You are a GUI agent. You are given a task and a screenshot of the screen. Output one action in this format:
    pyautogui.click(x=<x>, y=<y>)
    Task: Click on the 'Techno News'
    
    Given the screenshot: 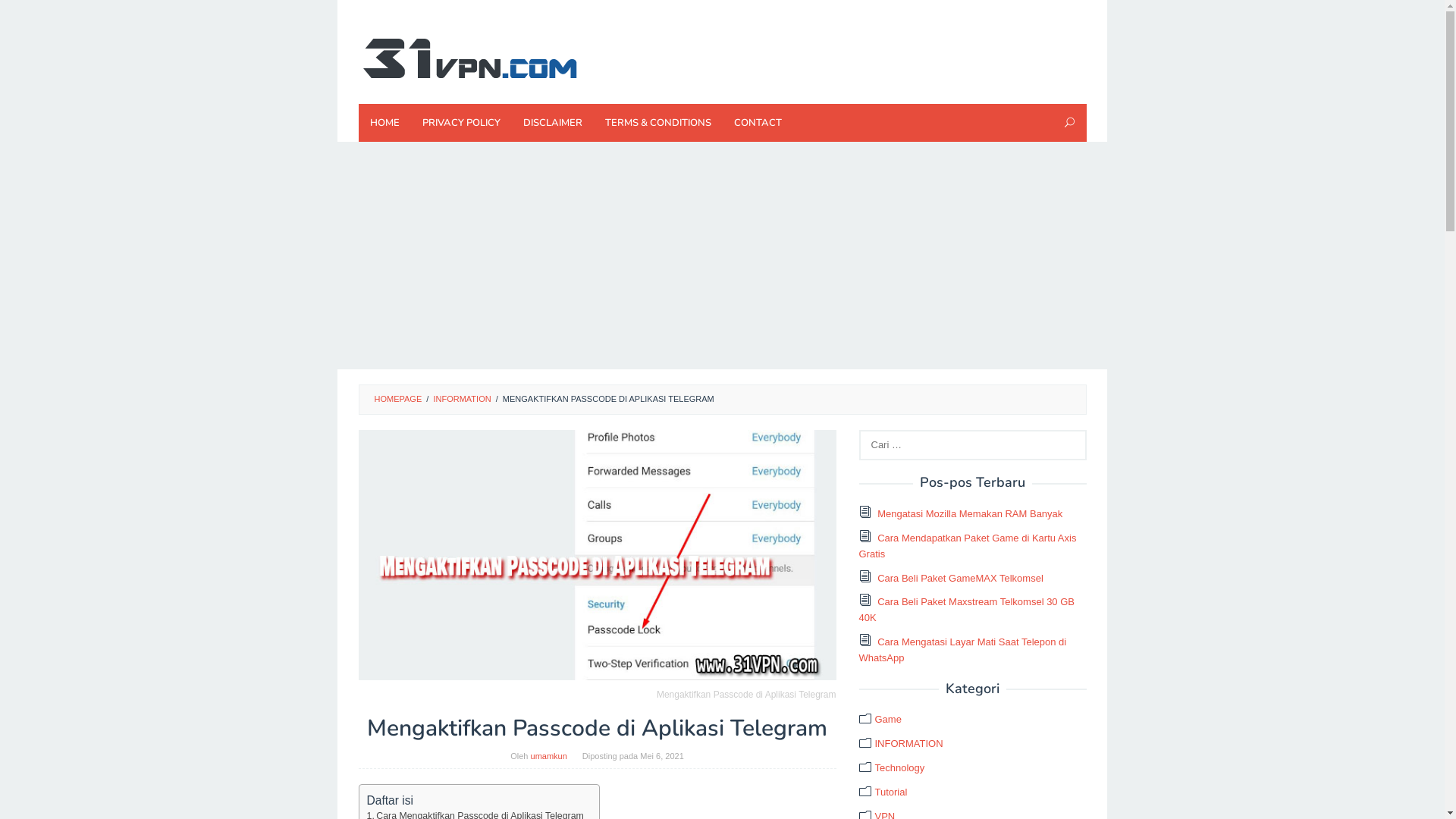 What is the action you would take?
    pyautogui.click(x=466, y=55)
    